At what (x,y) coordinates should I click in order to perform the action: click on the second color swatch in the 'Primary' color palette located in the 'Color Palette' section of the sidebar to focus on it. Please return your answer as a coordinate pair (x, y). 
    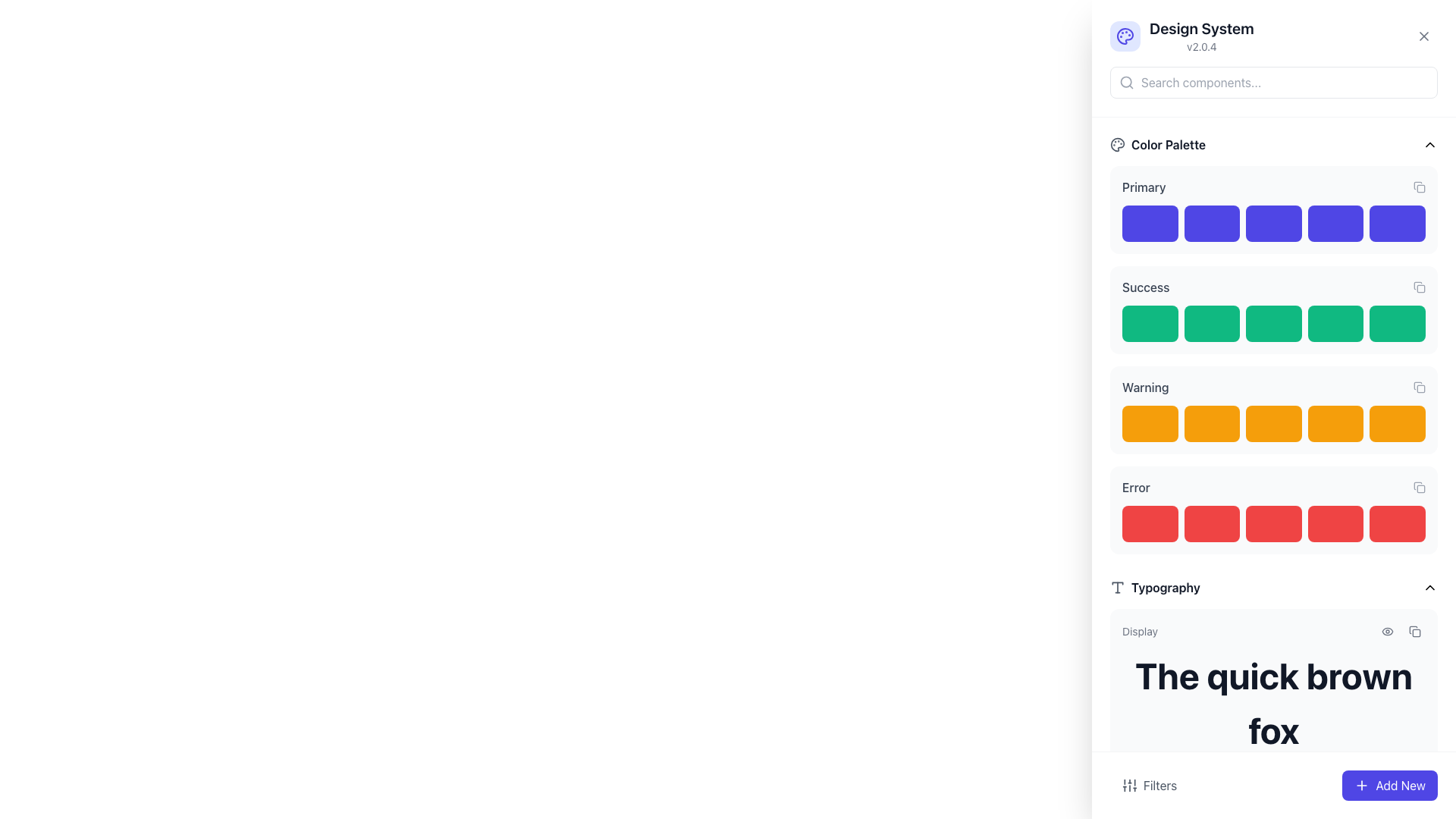
    Looking at the image, I should click on (1211, 223).